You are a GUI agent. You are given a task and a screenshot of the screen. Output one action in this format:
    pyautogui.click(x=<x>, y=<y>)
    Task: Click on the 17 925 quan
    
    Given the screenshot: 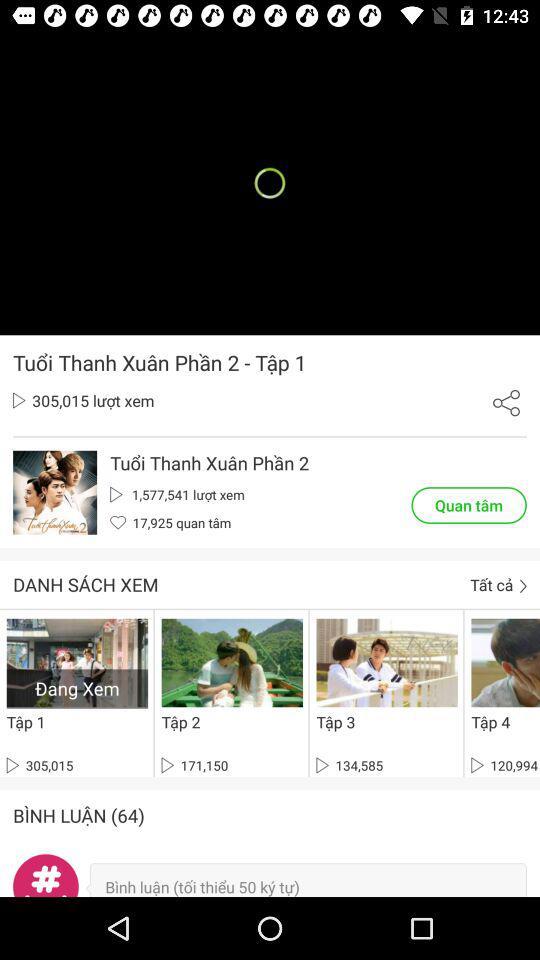 What is the action you would take?
    pyautogui.click(x=170, y=521)
    